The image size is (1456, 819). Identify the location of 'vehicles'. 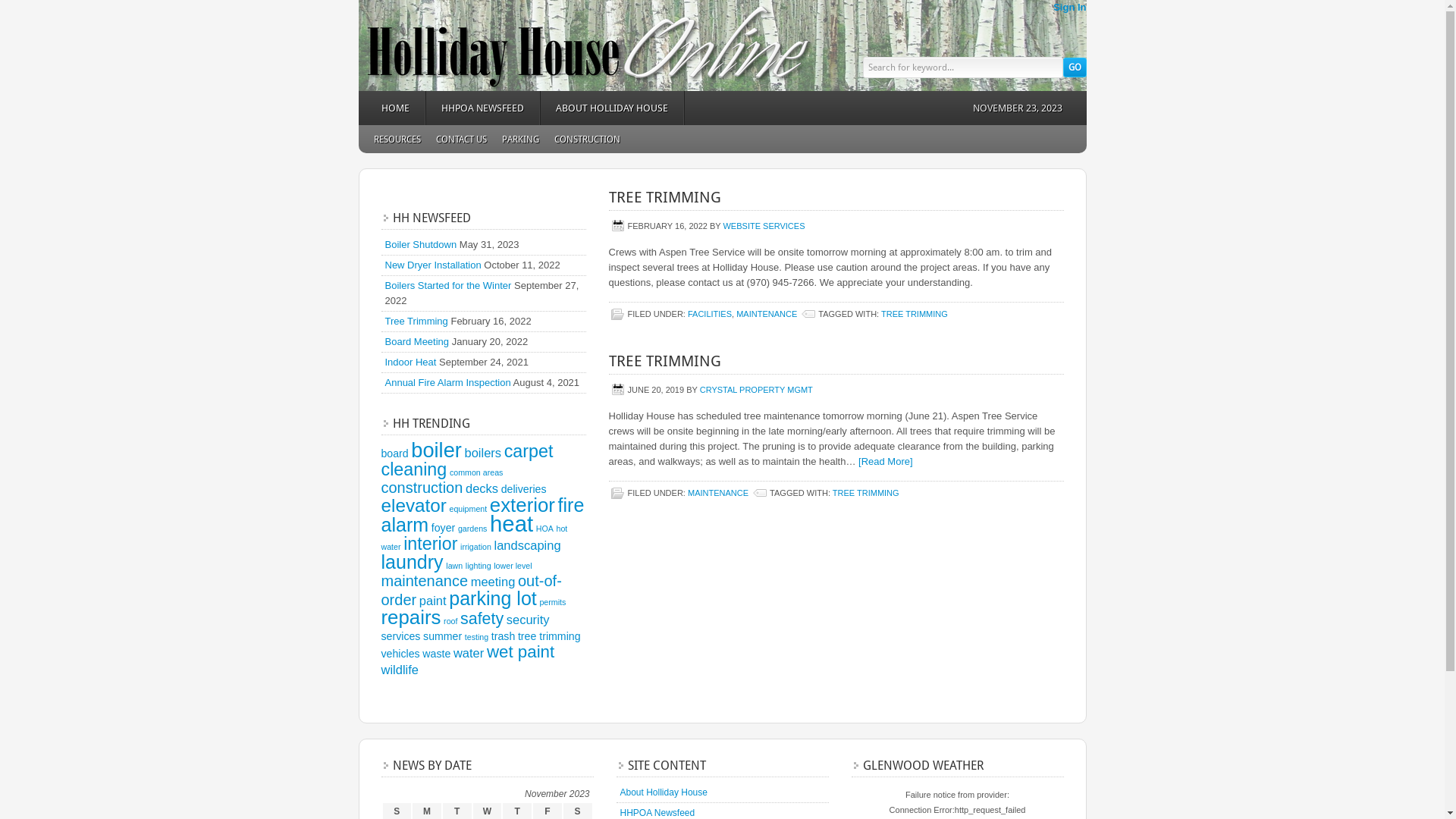
(381, 652).